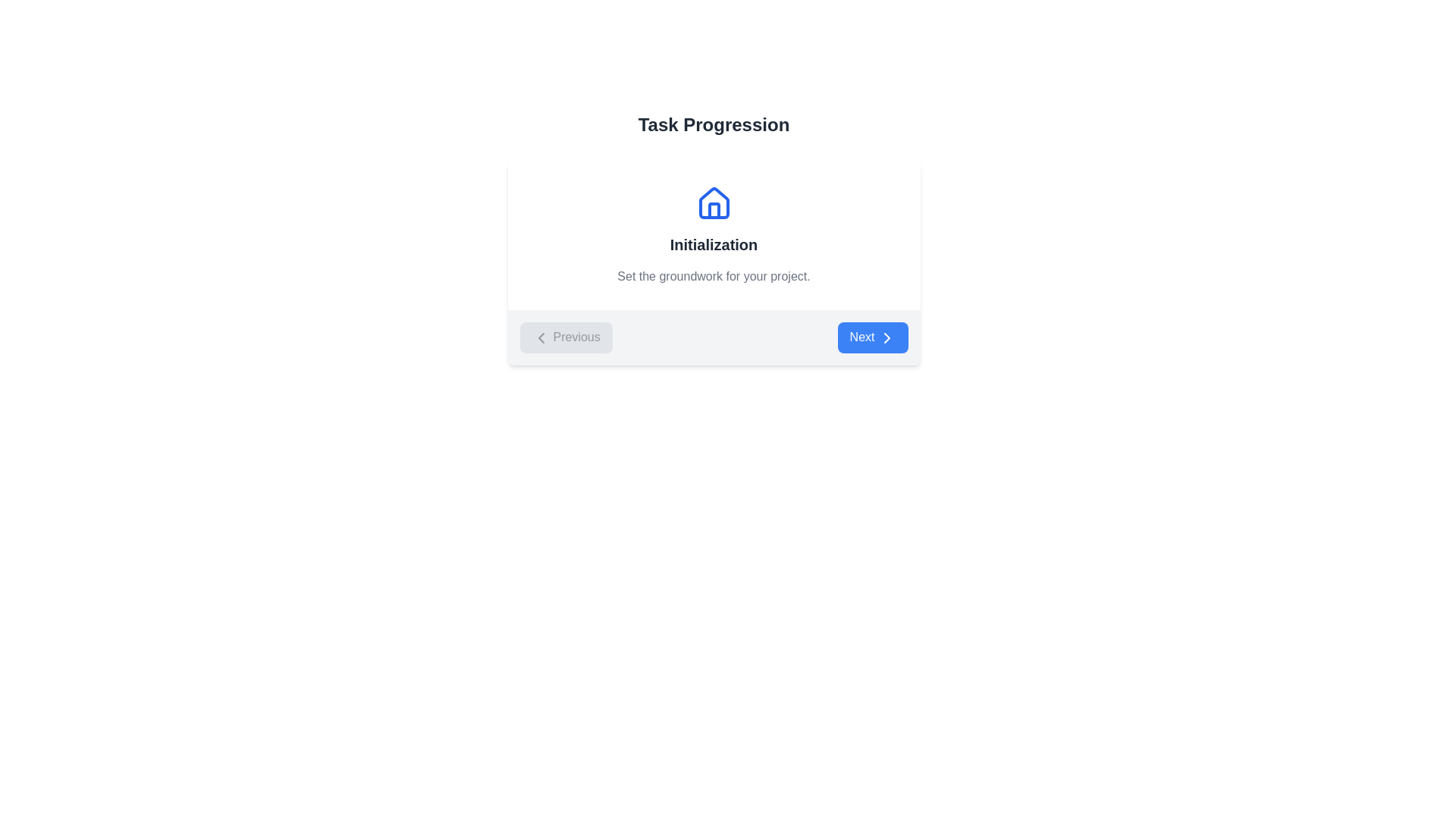 Image resolution: width=1456 pixels, height=819 pixels. I want to click on the vertical rectangular segment representing the door in the house icon, which is styled with a line pattern and centrally located within the house structure, so click(713, 210).